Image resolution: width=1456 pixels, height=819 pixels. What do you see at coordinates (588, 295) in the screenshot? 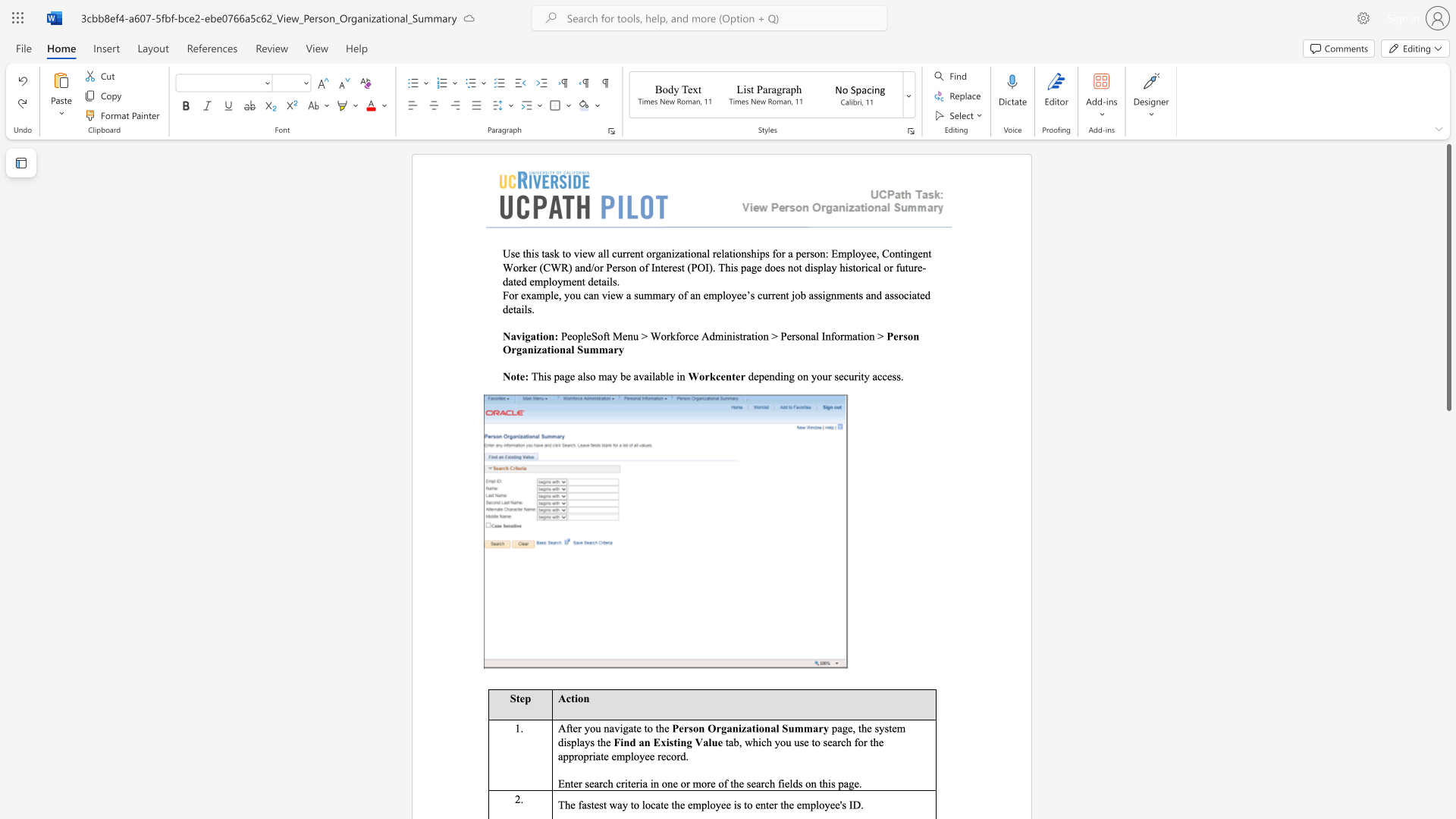
I see `the subset text "an view a summary of an emp" within the text "For example, you can view a summary of an employee’s current job assignments and associated details."` at bounding box center [588, 295].